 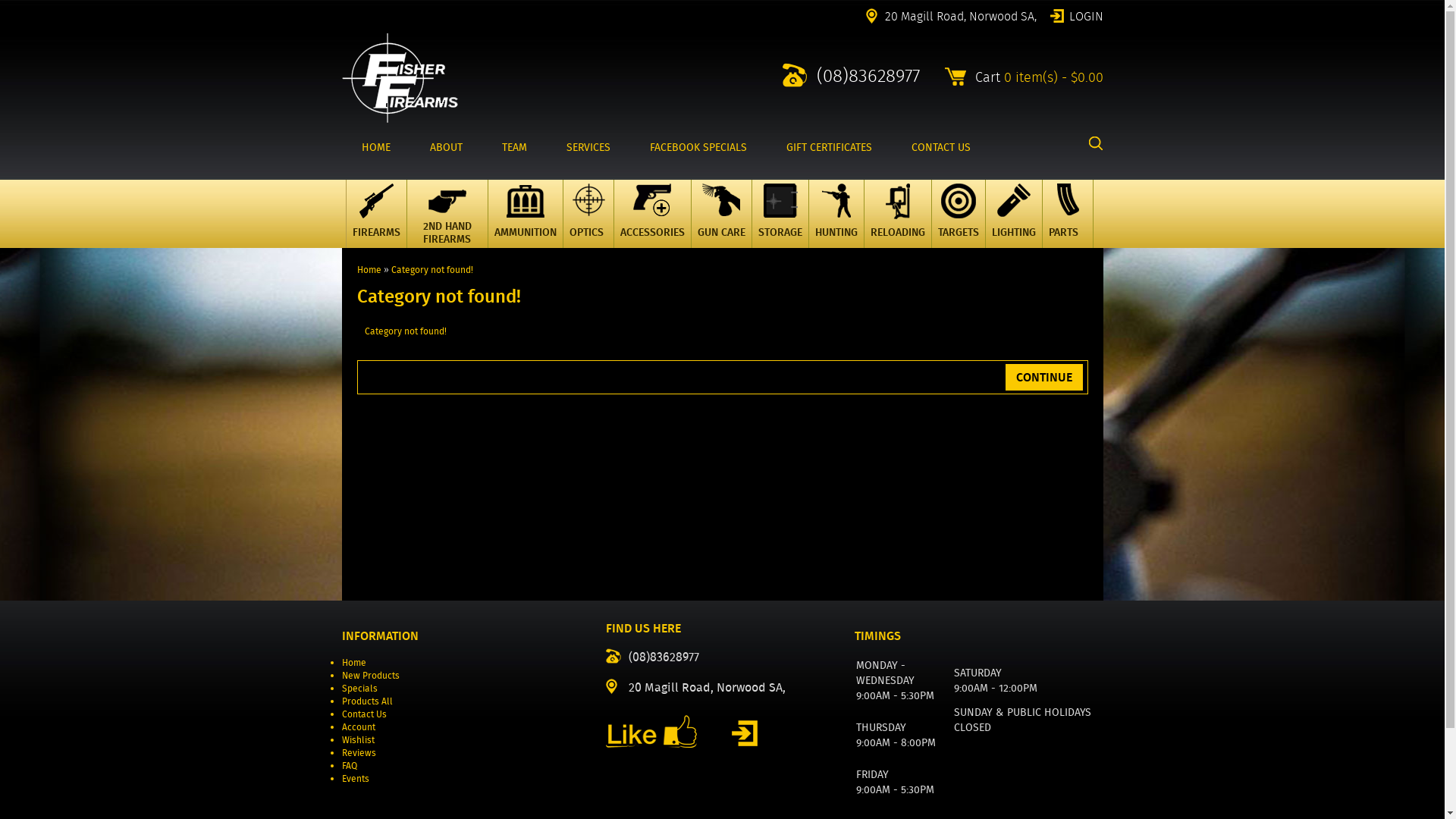 What do you see at coordinates (896, 223) in the screenshot?
I see `'Reloading'` at bounding box center [896, 223].